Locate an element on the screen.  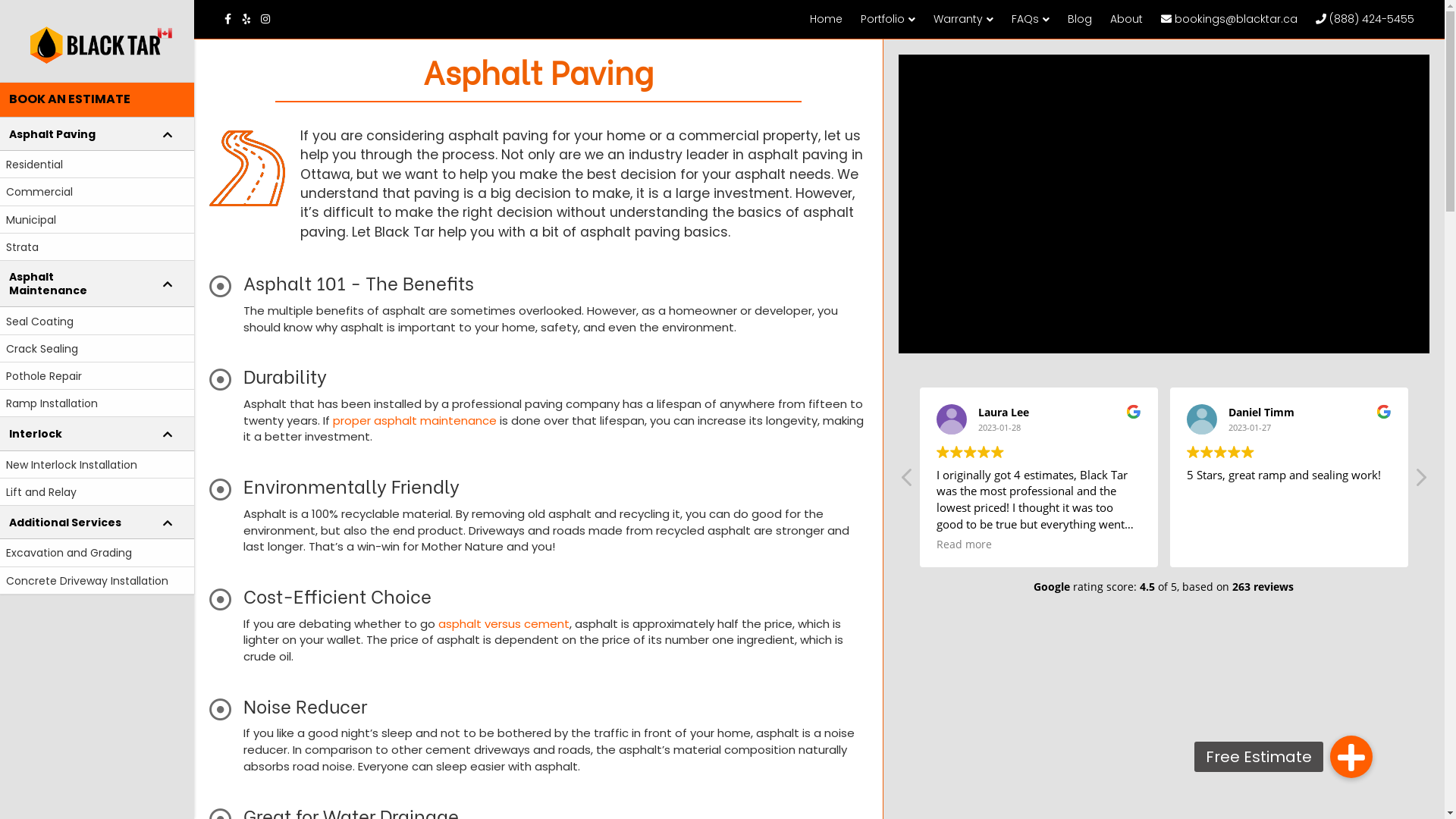
'Portfolio' is located at coordinates (888, 19).